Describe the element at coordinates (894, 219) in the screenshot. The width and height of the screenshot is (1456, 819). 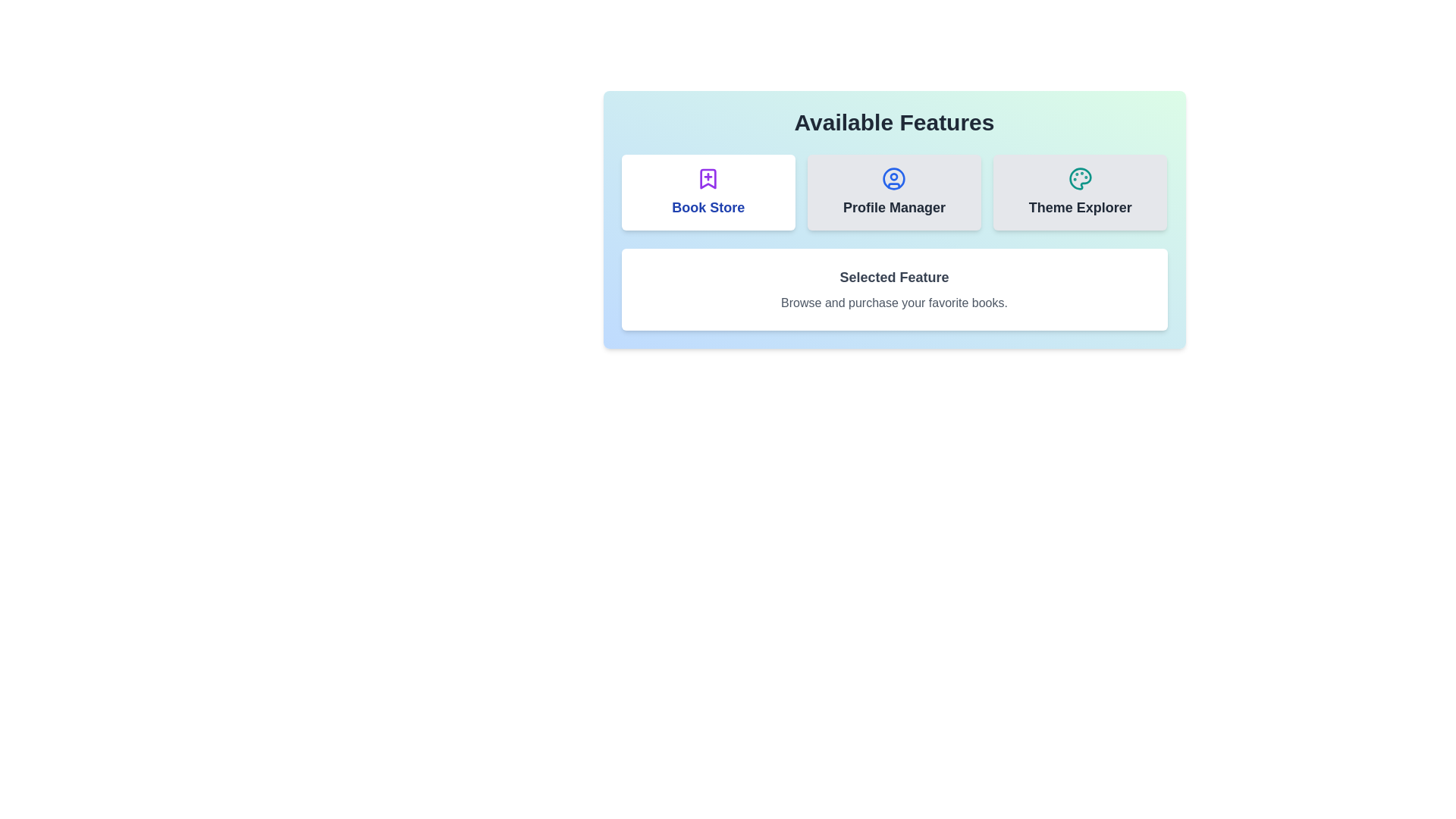
I see `the buttons in the 'Available Features' panel to trigger visual interactions such as hover animations` at that location.